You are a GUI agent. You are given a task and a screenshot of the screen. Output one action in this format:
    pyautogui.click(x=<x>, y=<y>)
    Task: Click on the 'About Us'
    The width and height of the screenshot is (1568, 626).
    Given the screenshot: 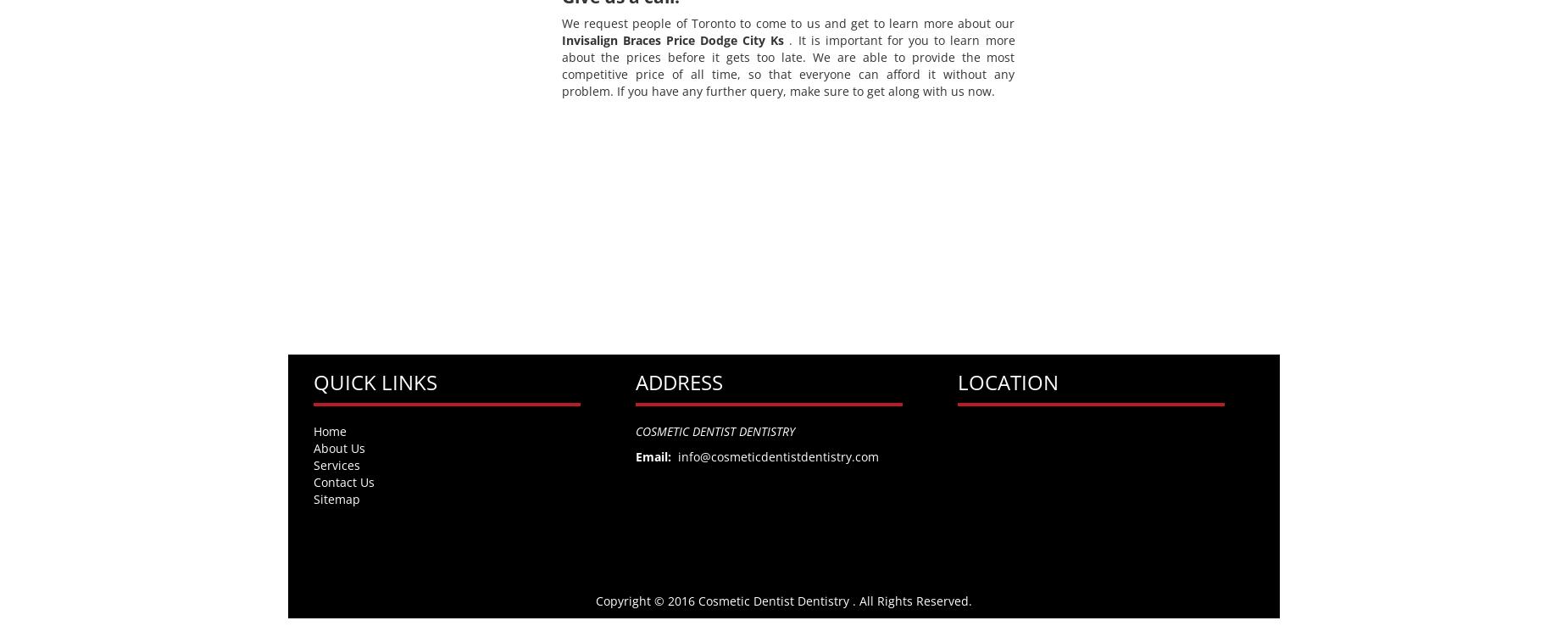 What is the action you would take?
    pyautogui.click(x=338, y=446)
    